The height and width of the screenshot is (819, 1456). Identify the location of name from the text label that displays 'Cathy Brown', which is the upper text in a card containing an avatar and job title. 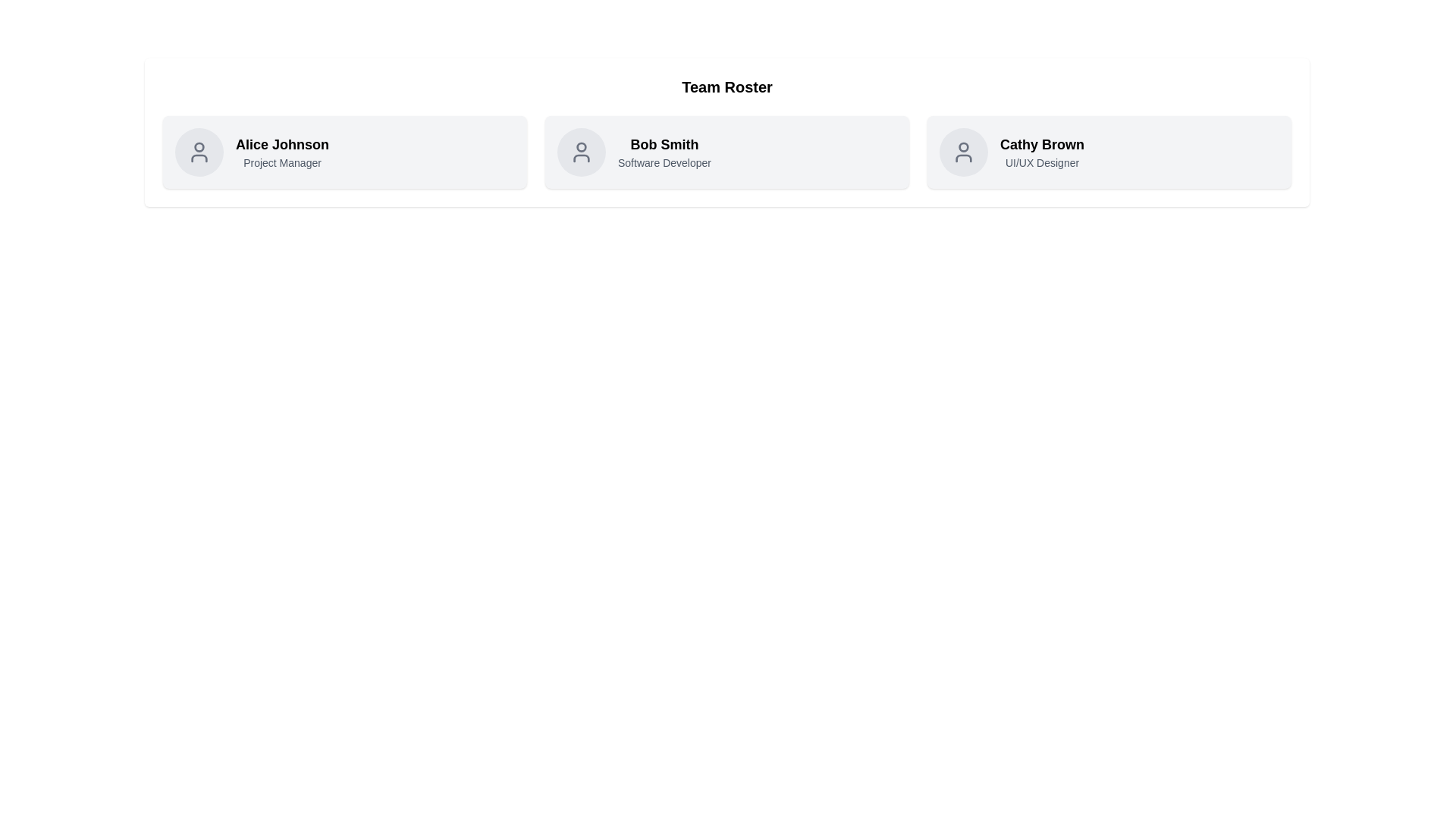
(1041, 145).